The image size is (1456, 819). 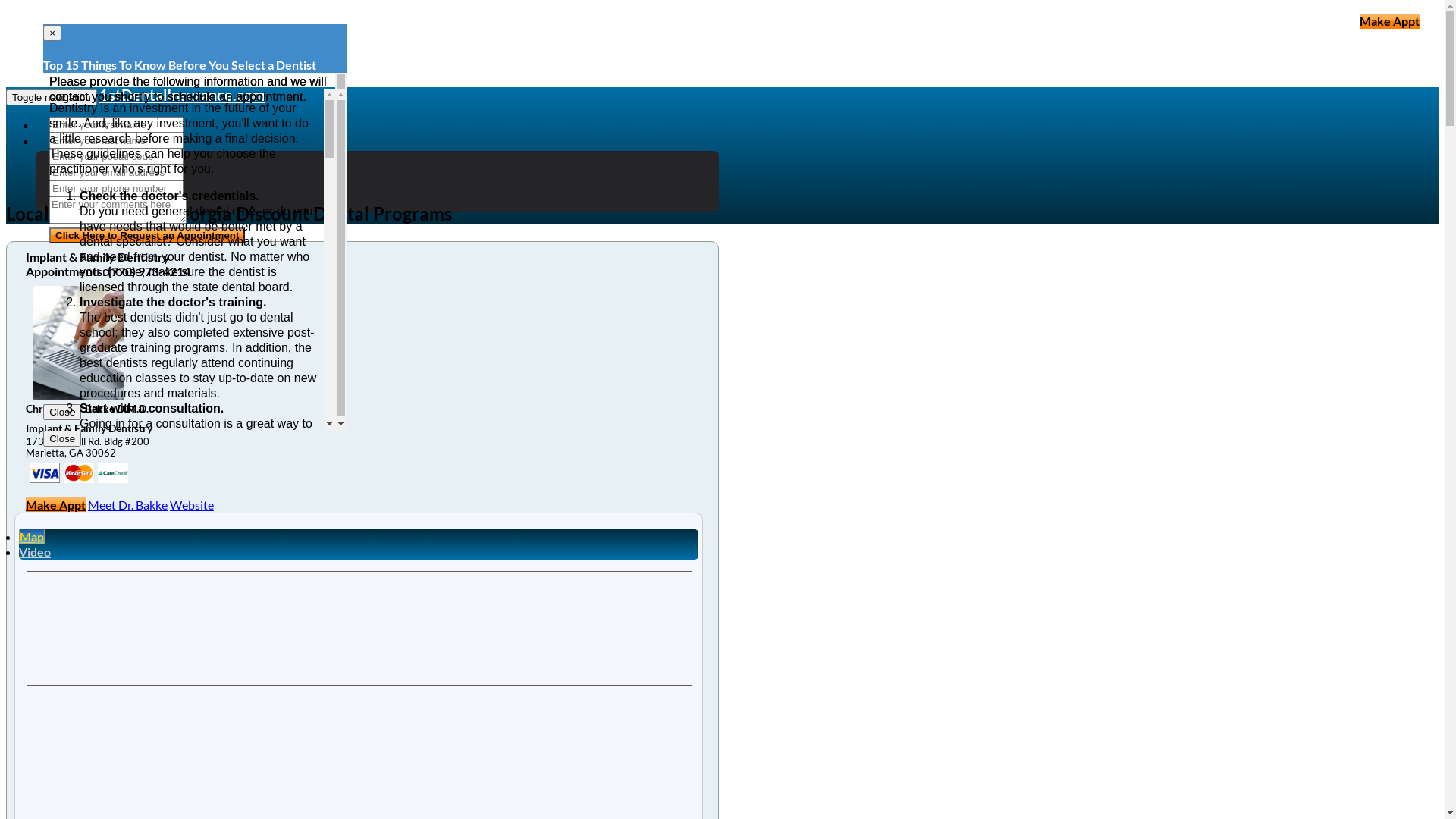 I want to click on '1stDentalInsurance.com', so click(x=182, y=94).